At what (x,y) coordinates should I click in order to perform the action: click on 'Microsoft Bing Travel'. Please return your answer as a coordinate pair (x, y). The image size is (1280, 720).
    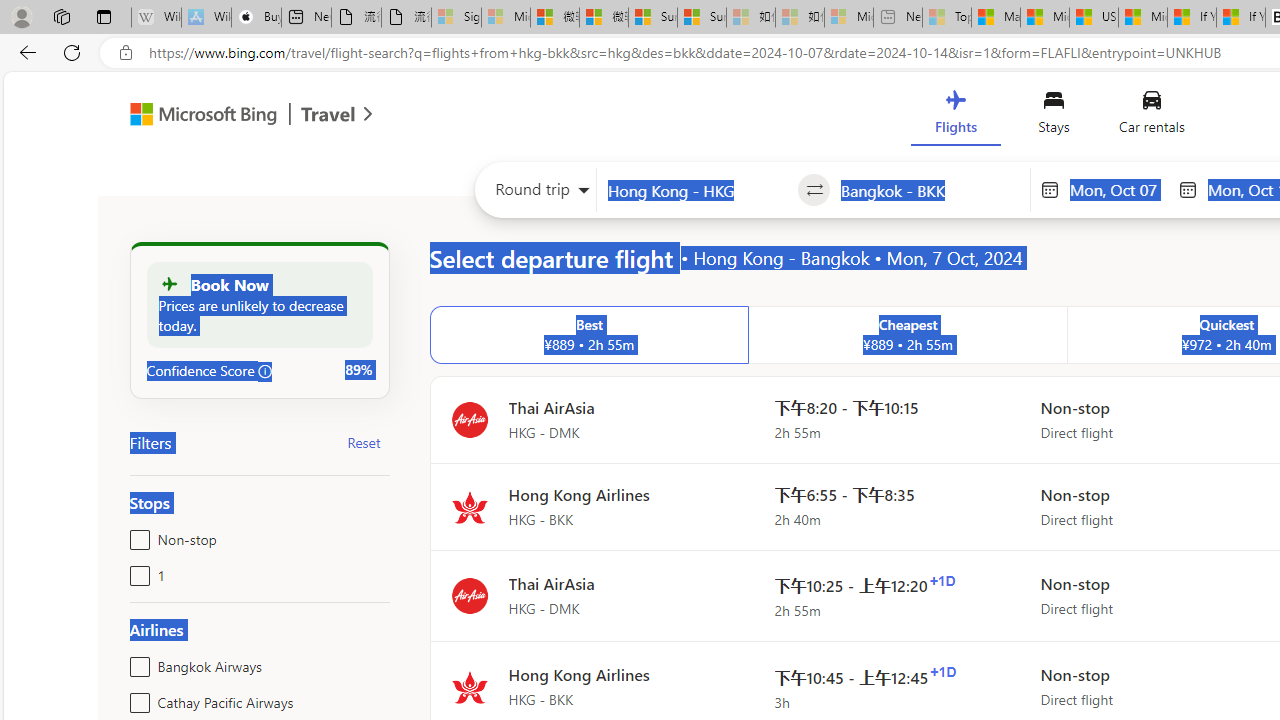
    Looking at the image, I should click on (230, 117).